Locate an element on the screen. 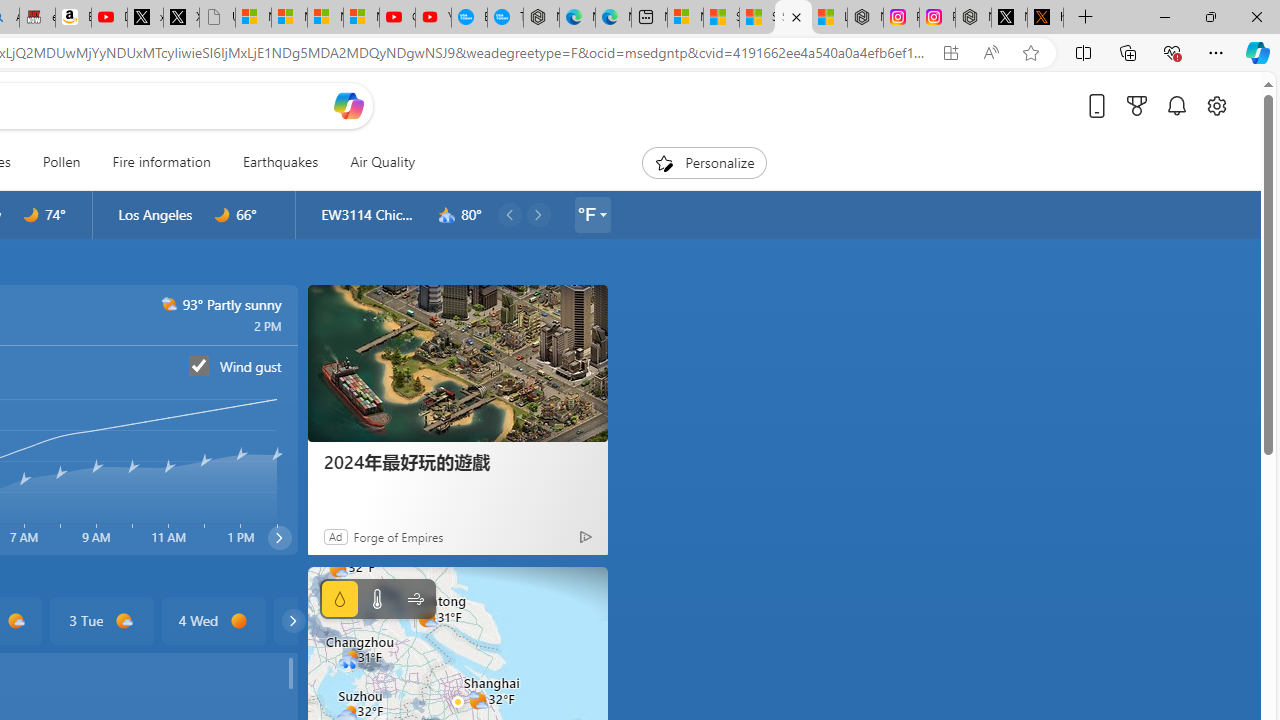 The height and width of the screenshot is (720, 1280). 'Notifications' is located at coordinates (1176, 105).